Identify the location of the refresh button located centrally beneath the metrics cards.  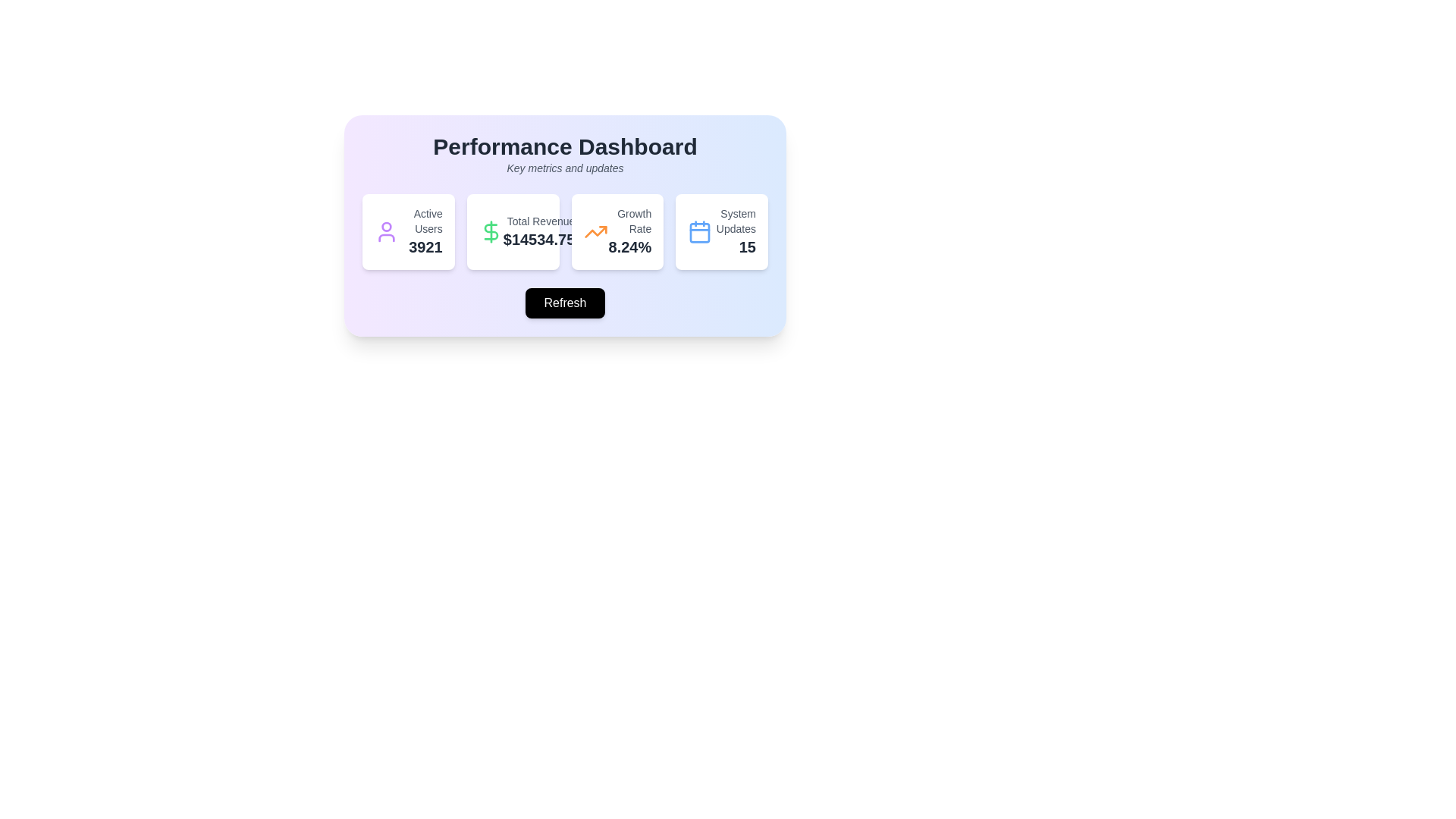
(564, 303).